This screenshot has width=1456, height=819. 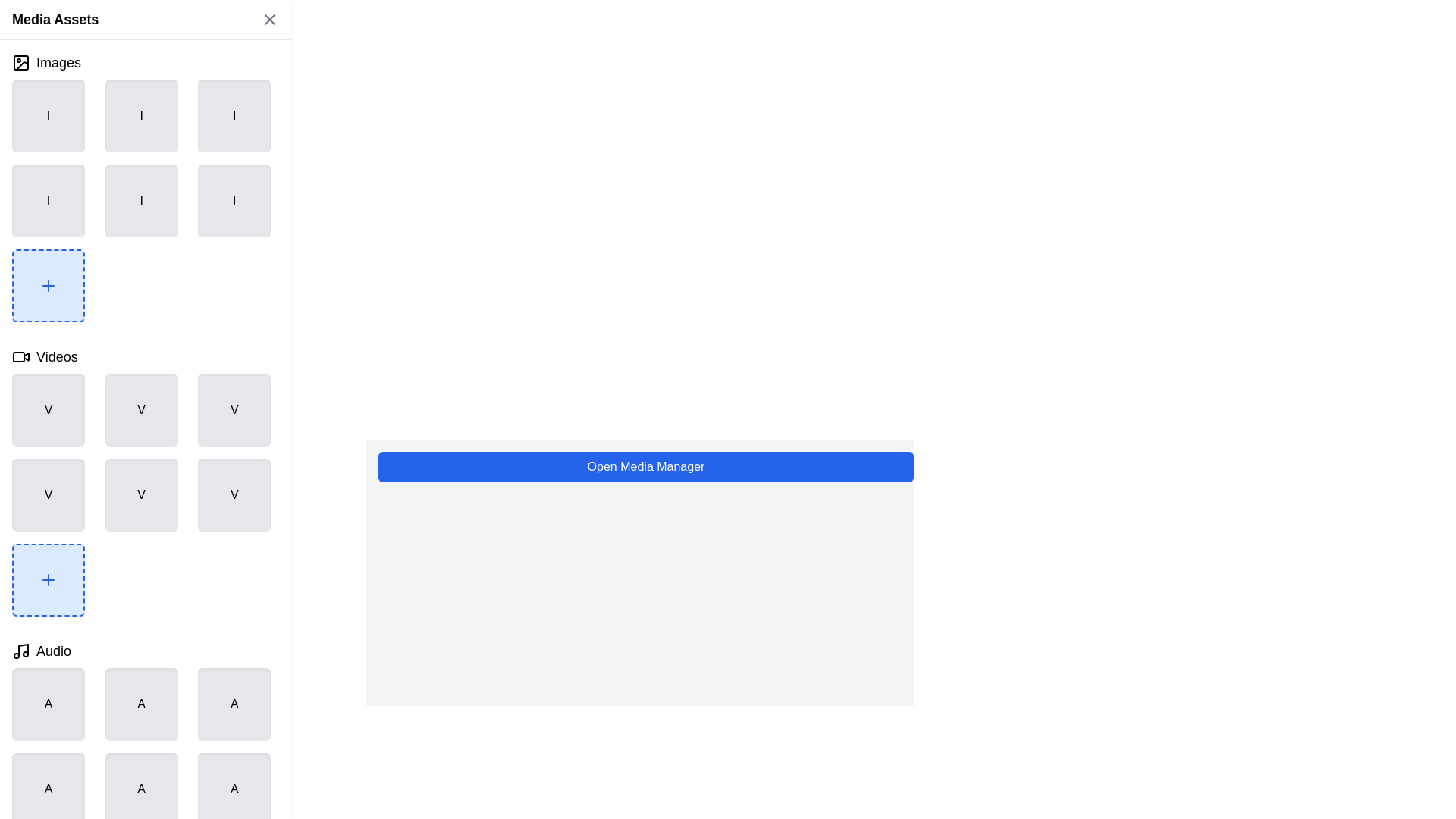 I want to click on the visual placeholder or display box containing the character 'V' in the 'Videos' section of the grid, so click(x=48, y=494).